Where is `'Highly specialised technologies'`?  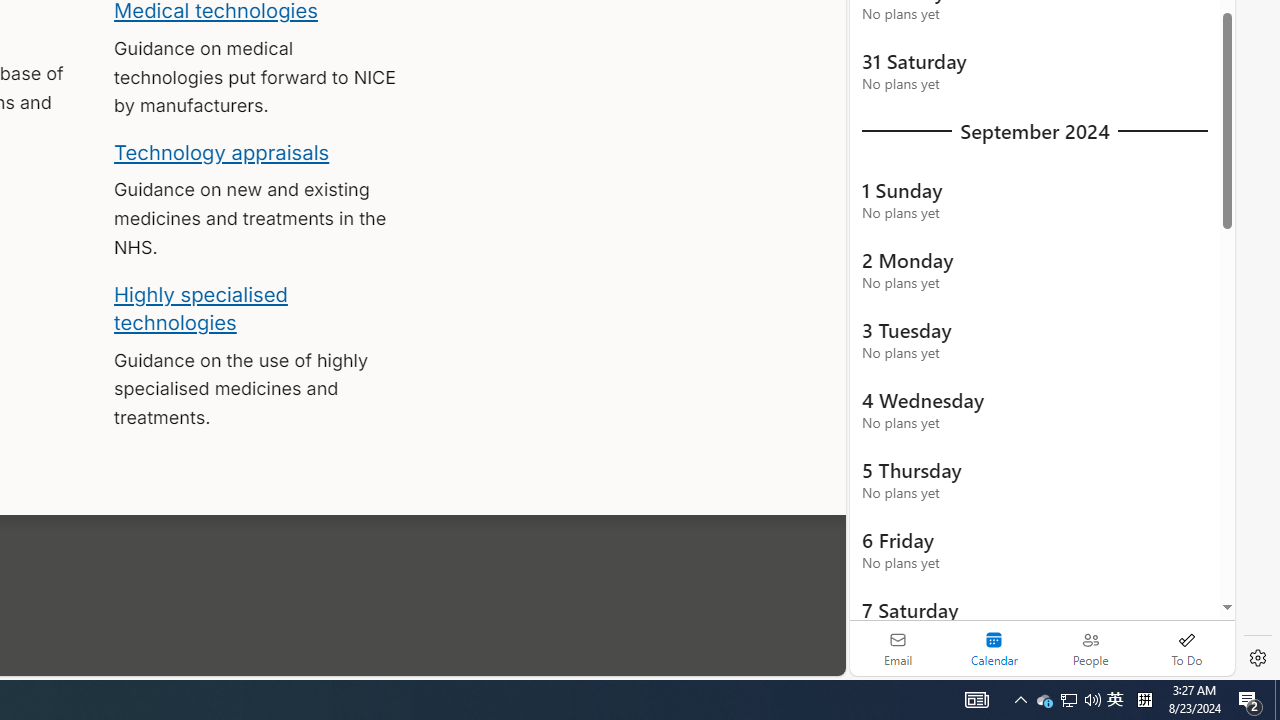 'Highly specialised technologies' is located at coordinates (200, 308).